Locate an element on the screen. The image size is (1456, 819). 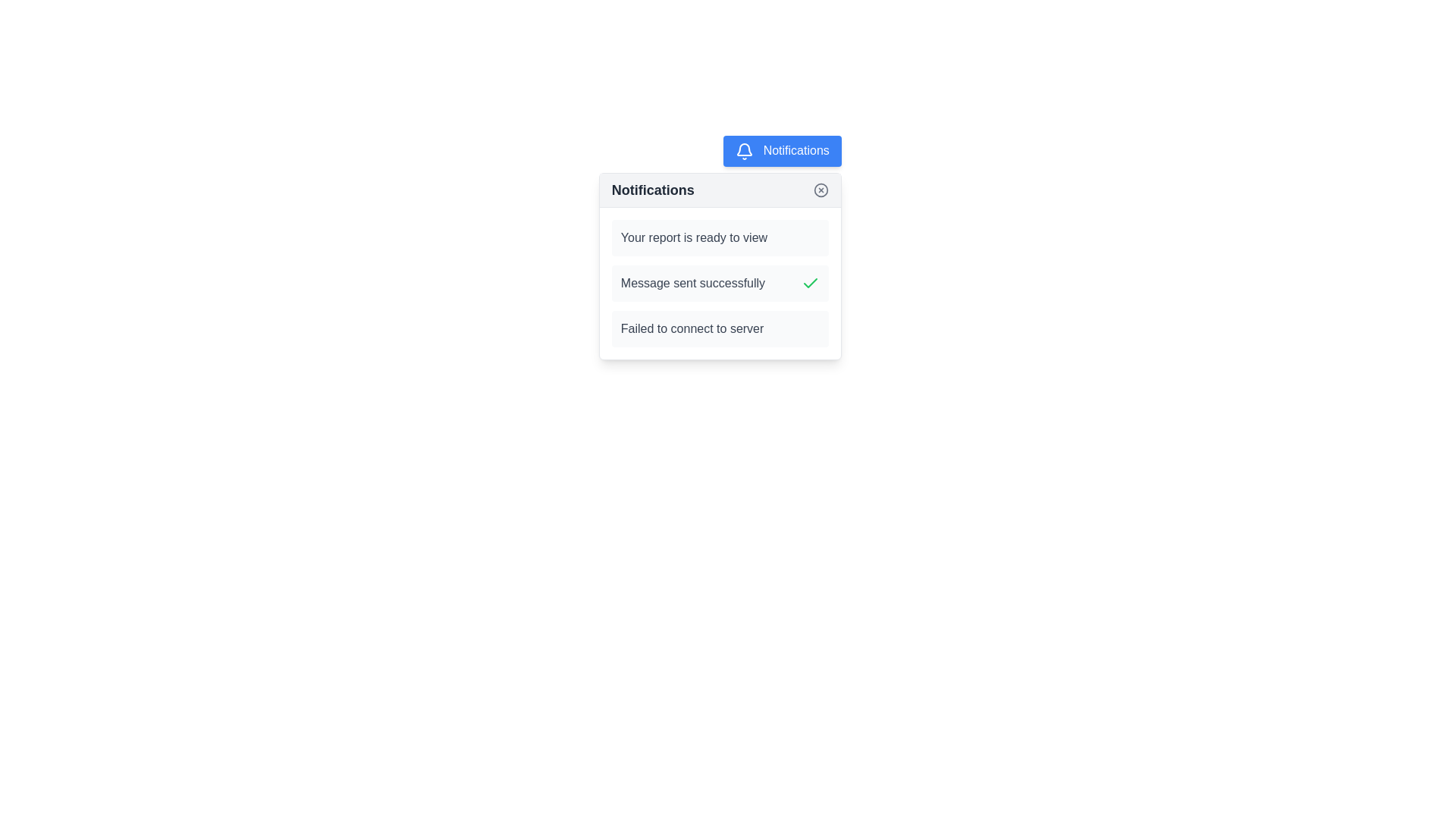
message displayed in the Status notification card that says 'Message sent successfully', which is styled with a green checkmark icon and is the second item in the notification dropdown is located at coordinates (719, 283).